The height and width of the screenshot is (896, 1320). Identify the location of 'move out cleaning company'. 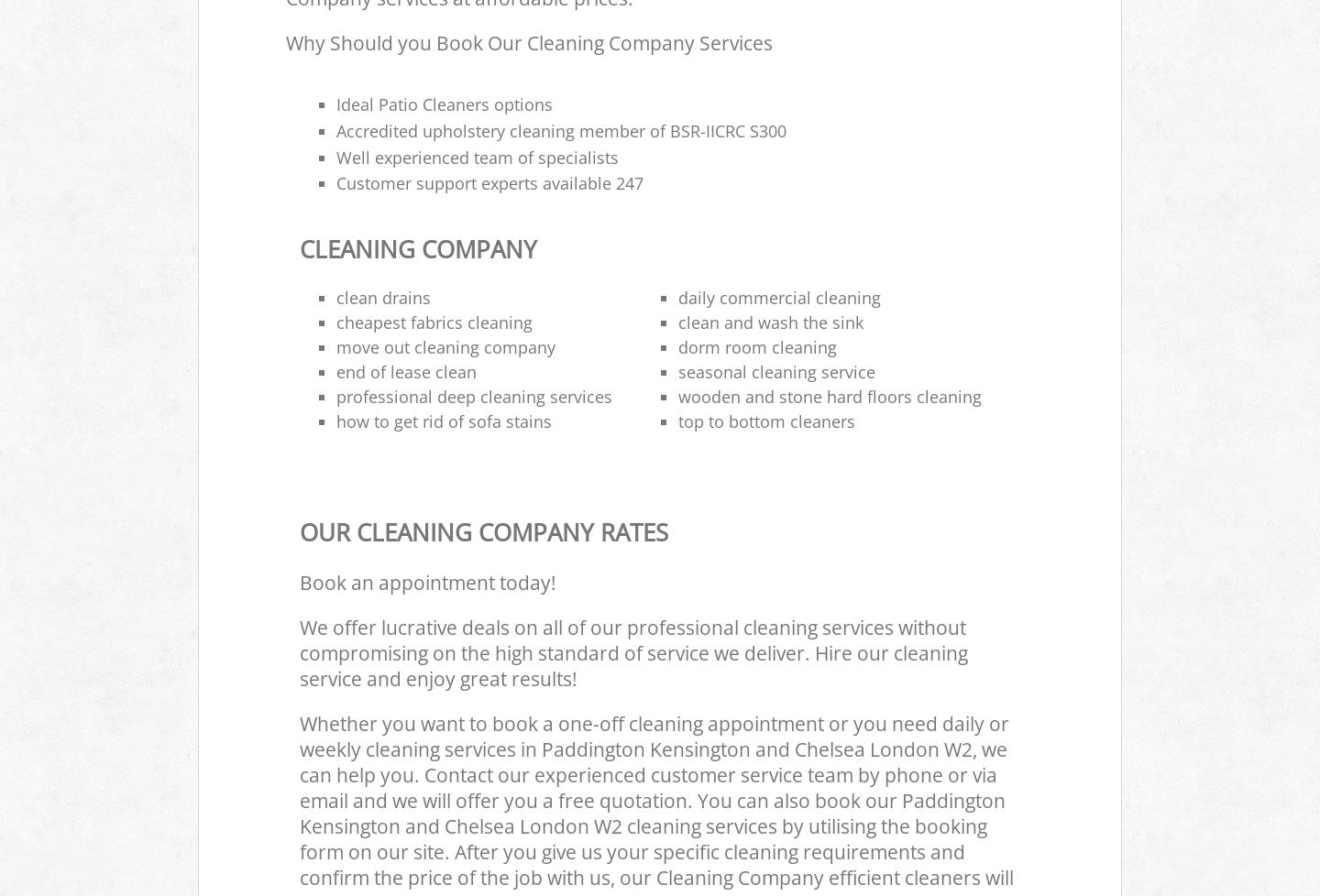
(445, 345).